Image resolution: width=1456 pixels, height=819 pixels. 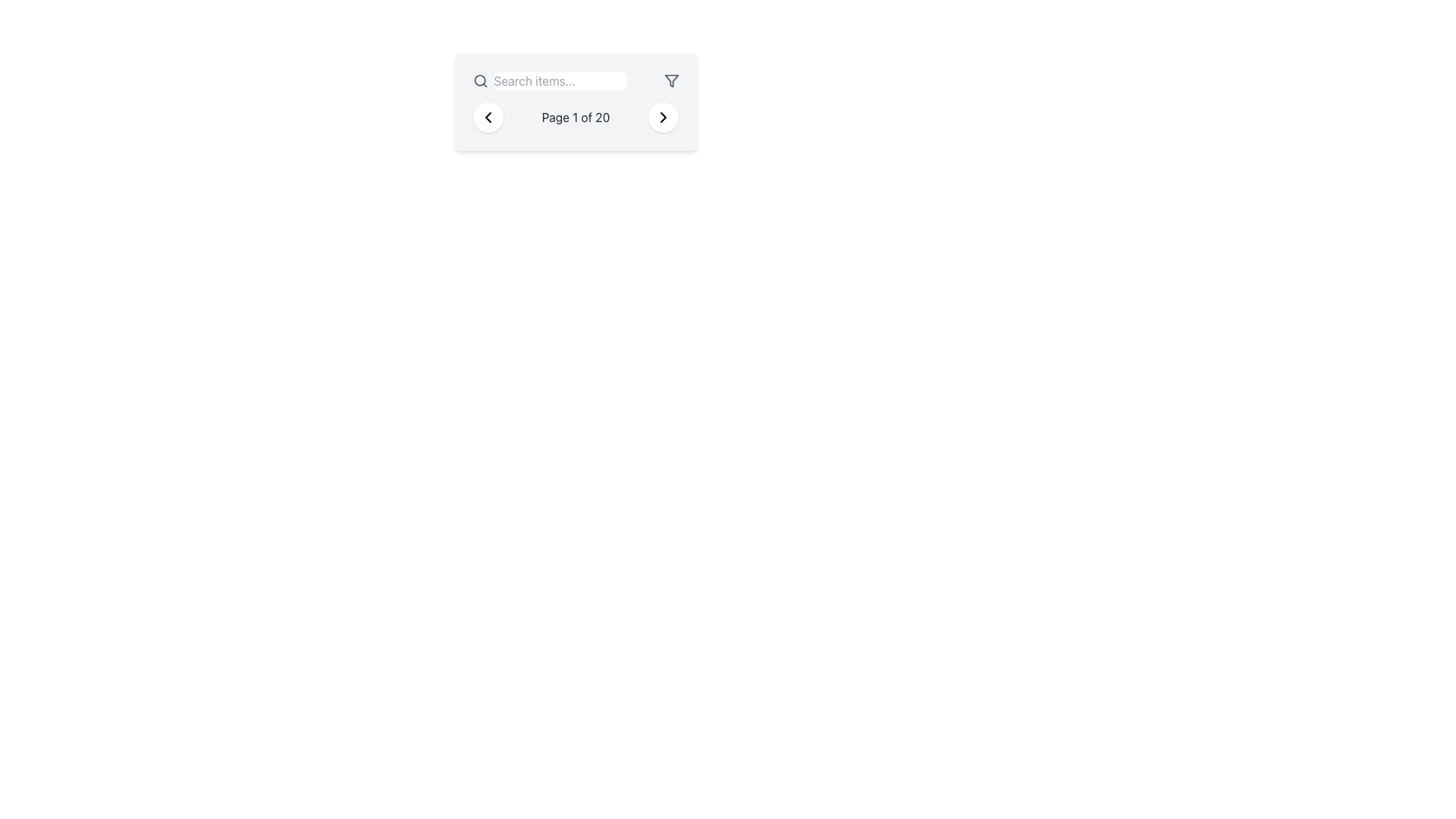 What do you see at coordinates (575, 116) in the screenshot?
I see `the pagination label displaying 'Page 1 of 20', which is centered between navigation buttons in dark gray text` at bounding box center [575, 116].